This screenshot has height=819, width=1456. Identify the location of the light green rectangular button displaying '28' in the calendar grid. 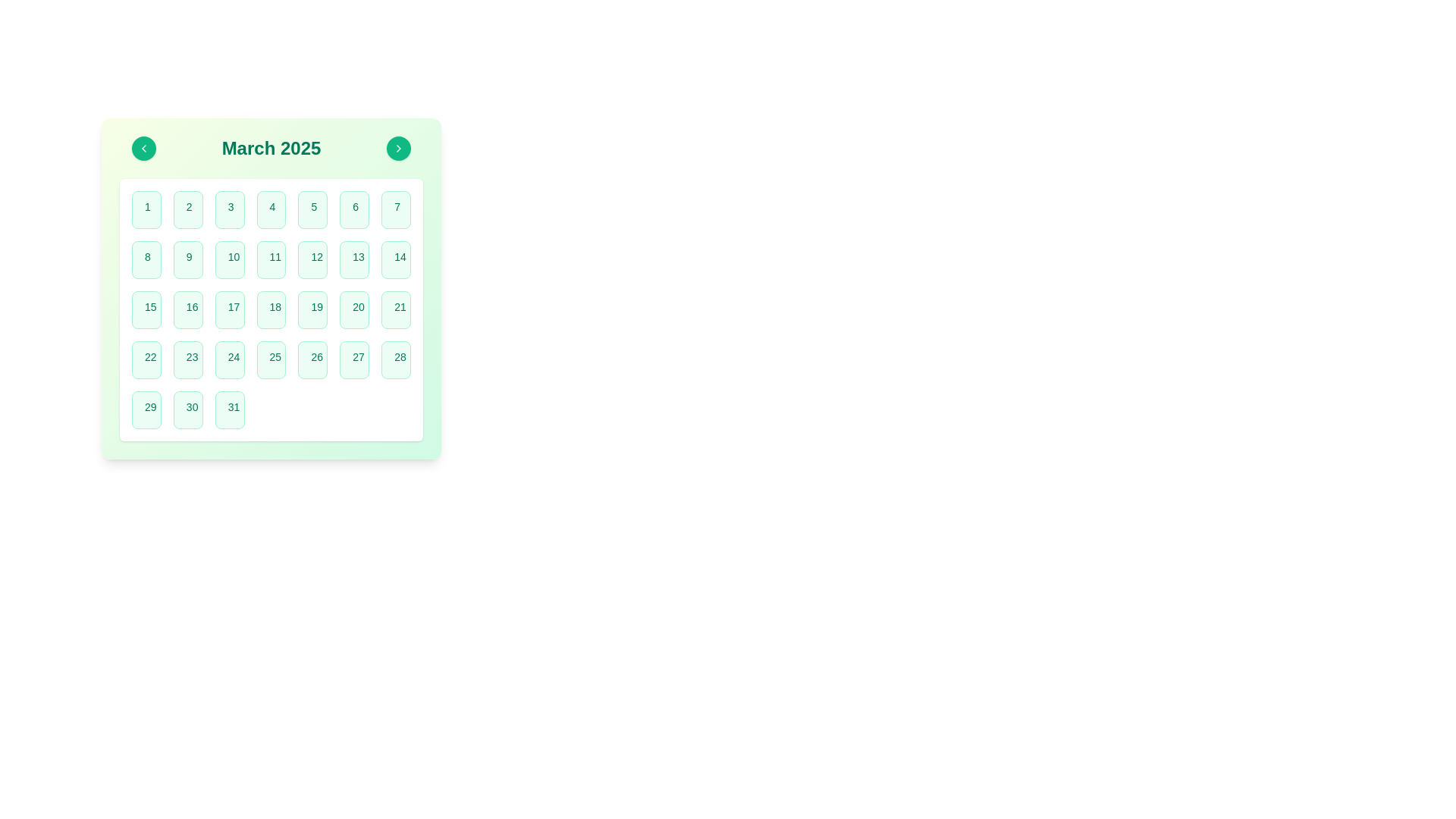
(396, 359).